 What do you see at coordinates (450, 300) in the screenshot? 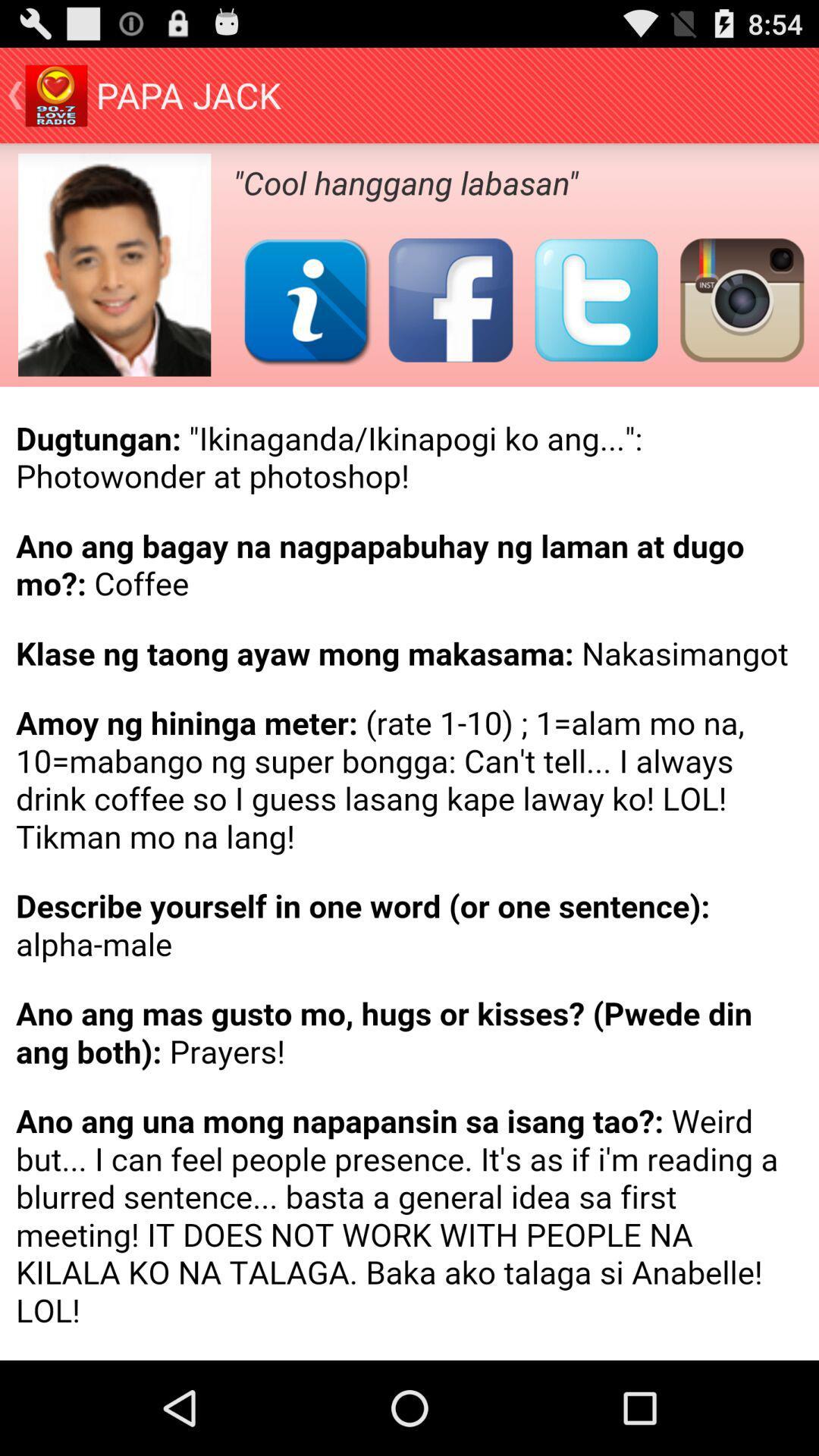
I see `facebook for person 's profile` at bounding box center [450, 300].